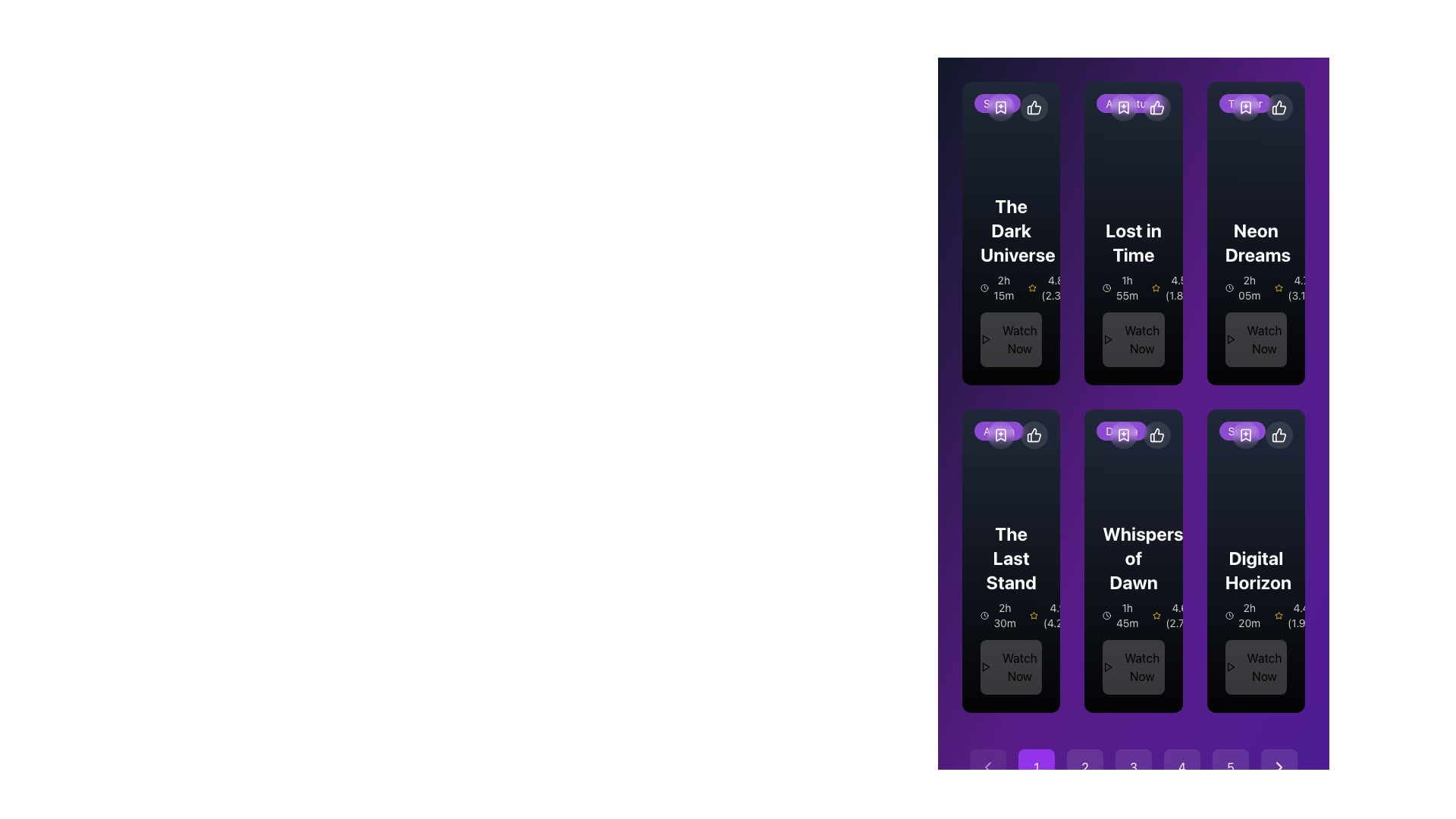 Image resolution: width=1456 pixels, height=819 pixels. Describe the element at coordinates (1019, 666) in the screenshot. I see `the primary call-to-action button for playing content associated with the card titled 'The Last Stand', which is centrally positioned at the bottom of the card layout` at that location.